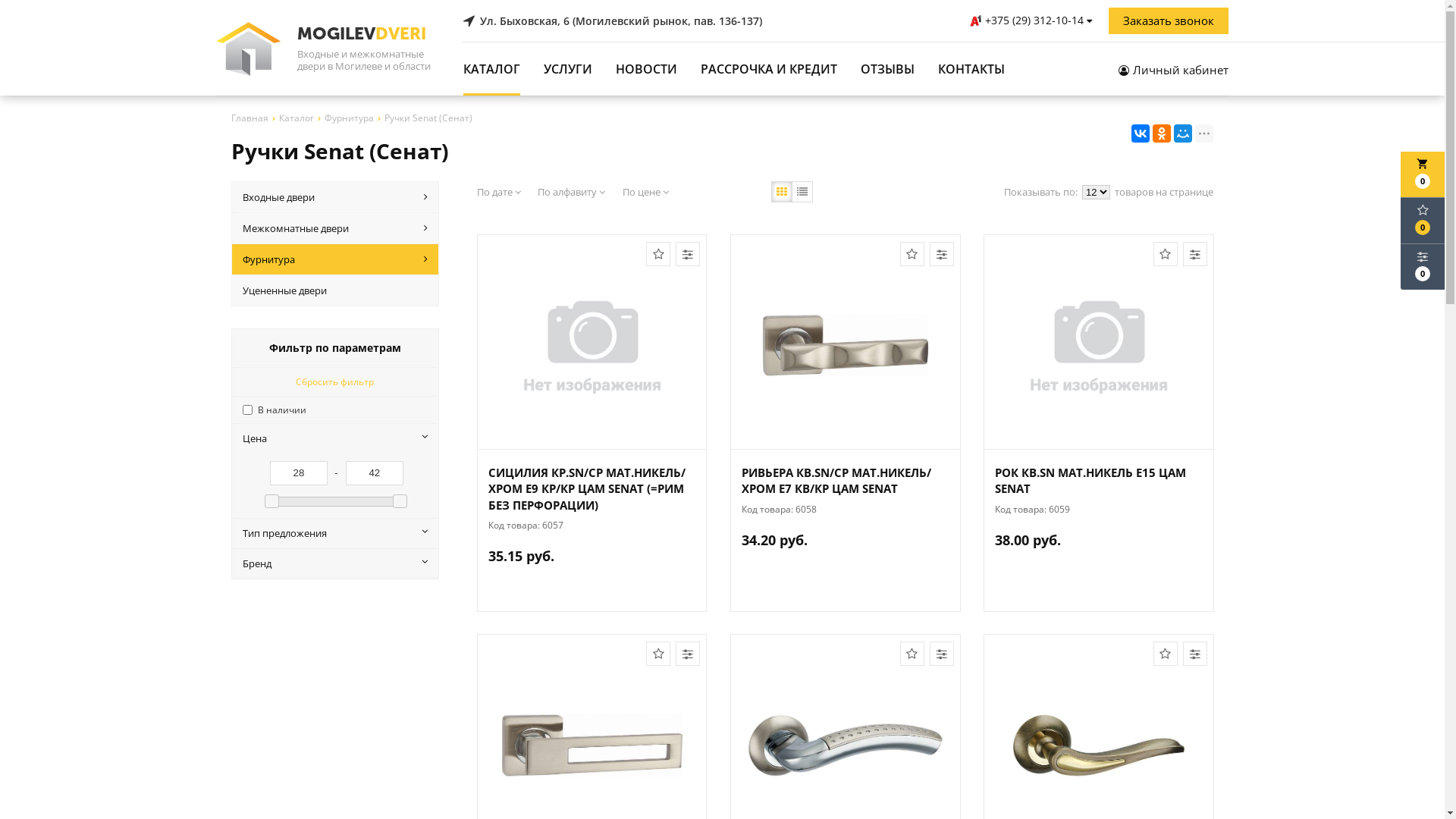 The width and height of the screenshot is (1456, 819). I want to click on '+375 (29) 312-10-14', so click(1031, 20).